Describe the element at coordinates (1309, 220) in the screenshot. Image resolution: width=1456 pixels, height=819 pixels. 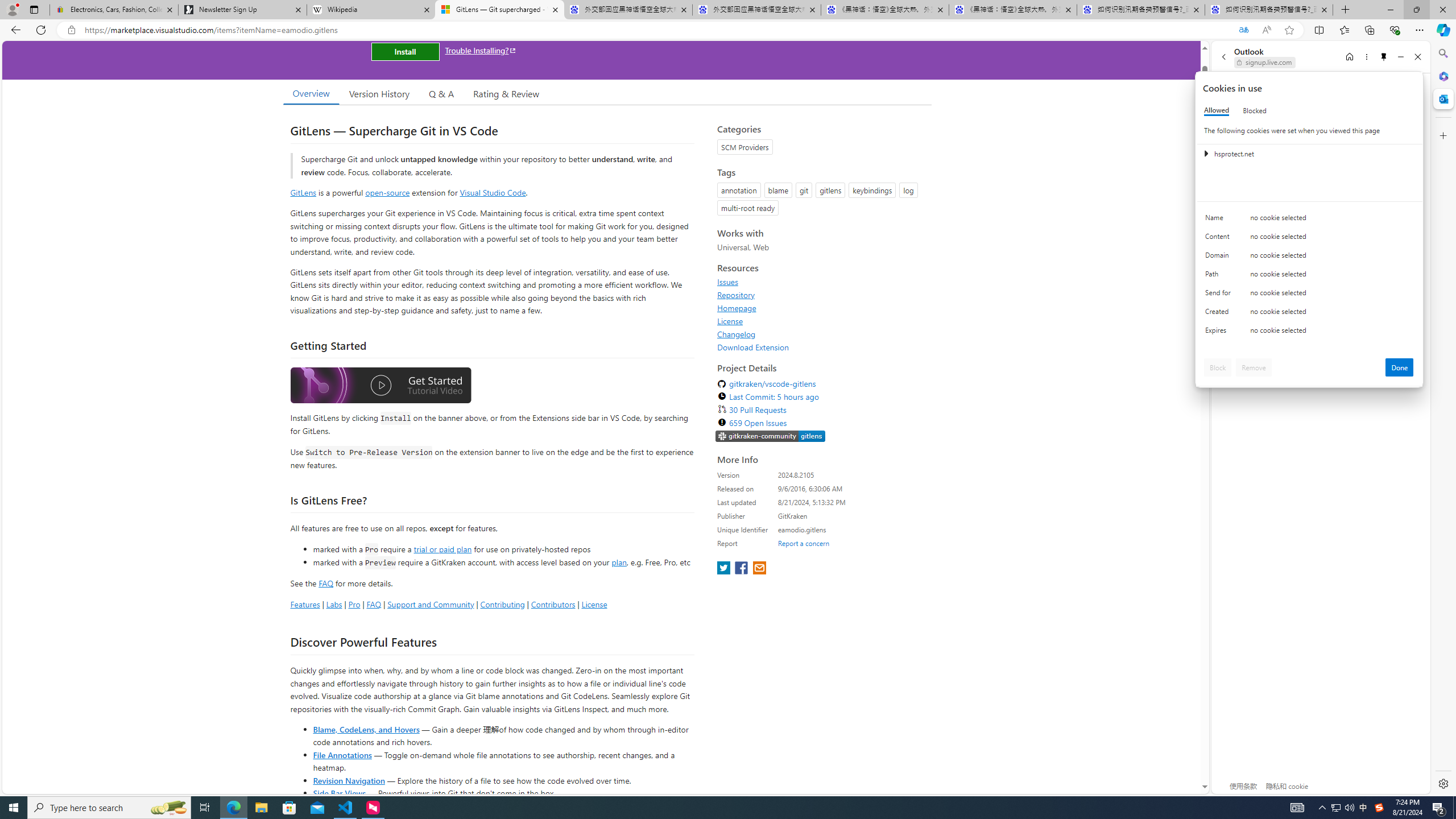
I see `'Class: c0153 c0157 c0154'` at that location.